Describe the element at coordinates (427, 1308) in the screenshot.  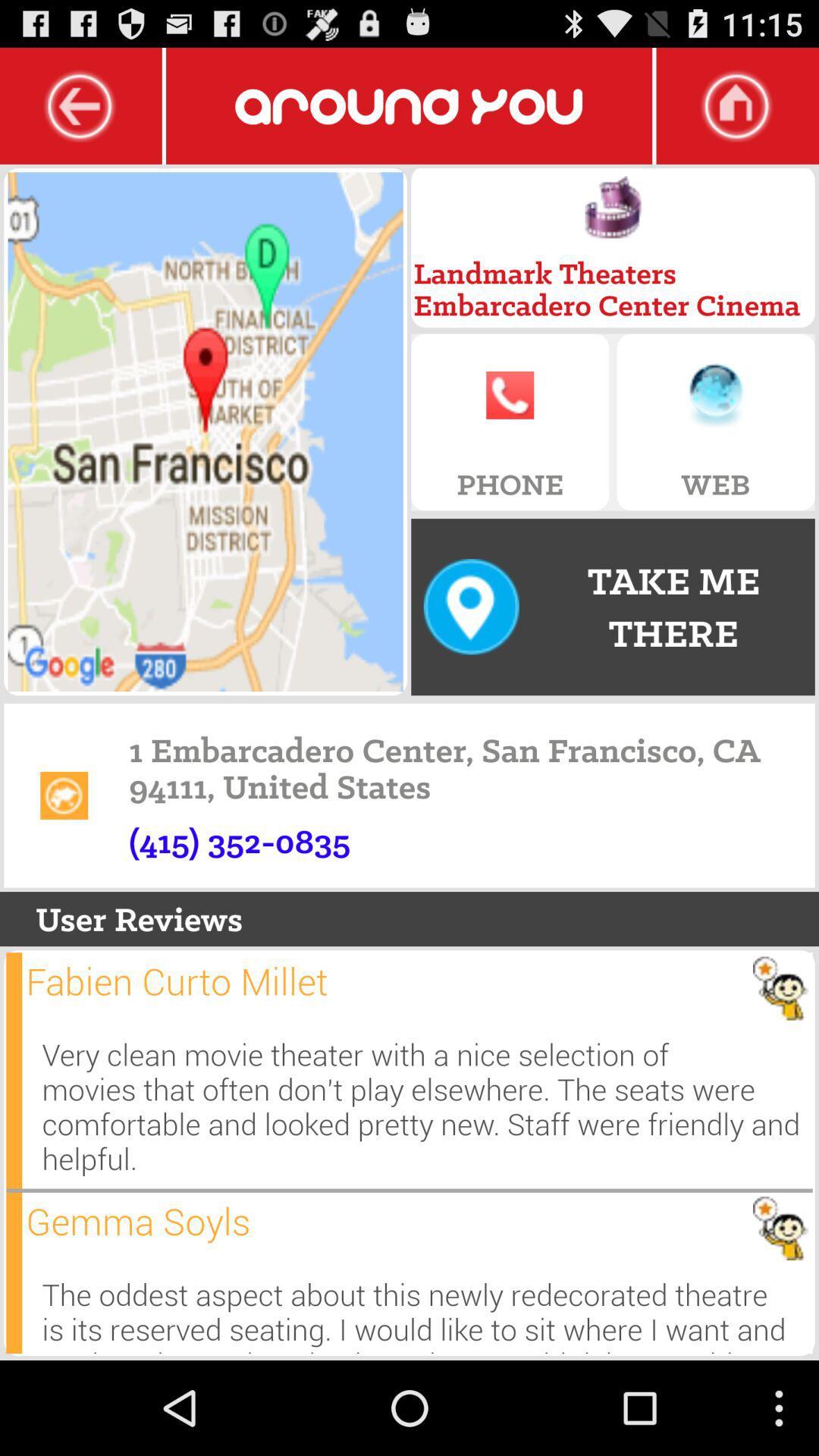
I see `the oddest aspect` at that location.